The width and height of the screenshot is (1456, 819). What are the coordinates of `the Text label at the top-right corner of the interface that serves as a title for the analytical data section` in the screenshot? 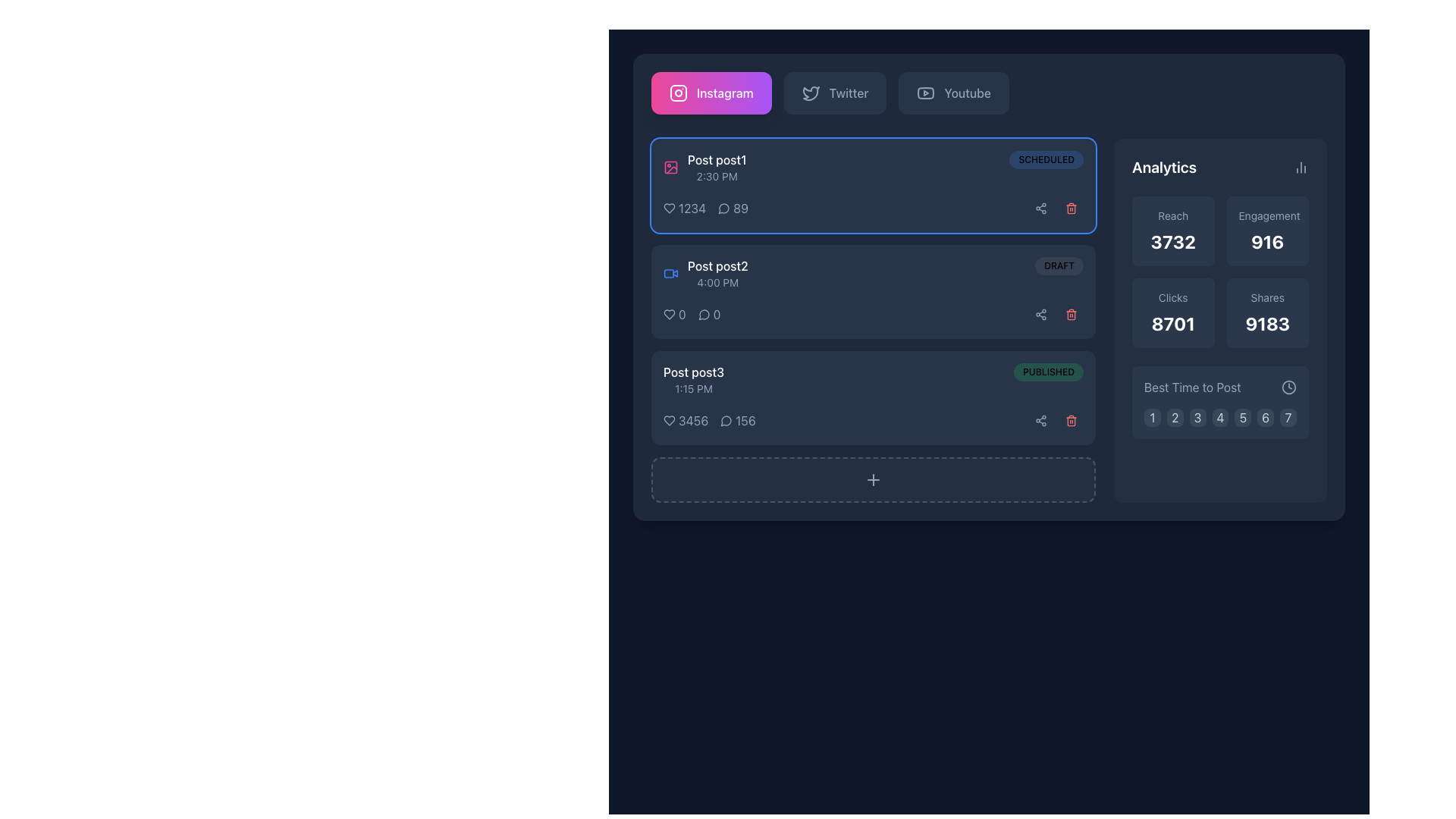 It's located at (1163, 167).